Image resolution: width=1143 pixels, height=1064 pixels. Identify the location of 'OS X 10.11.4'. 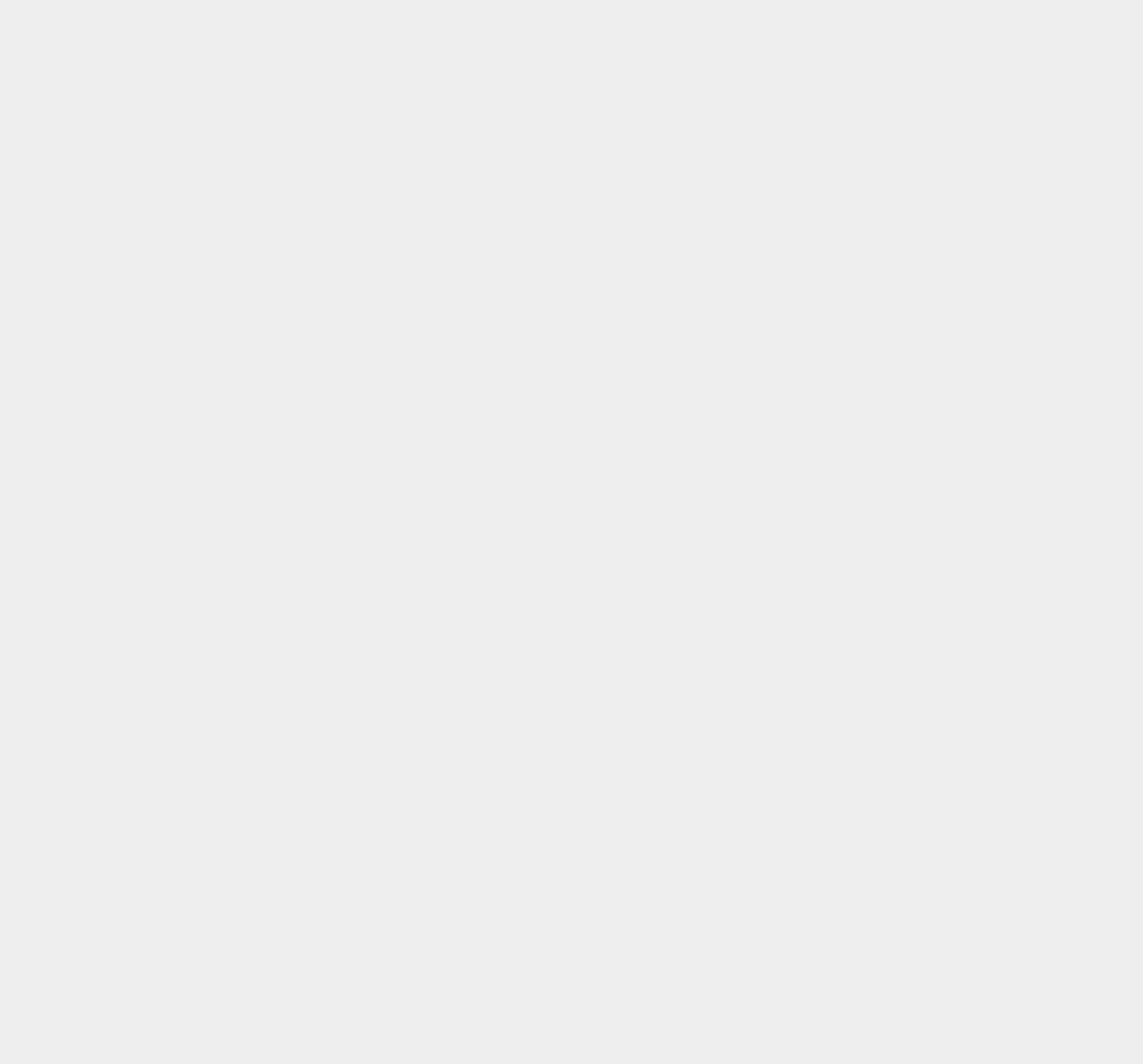
(847, 18).